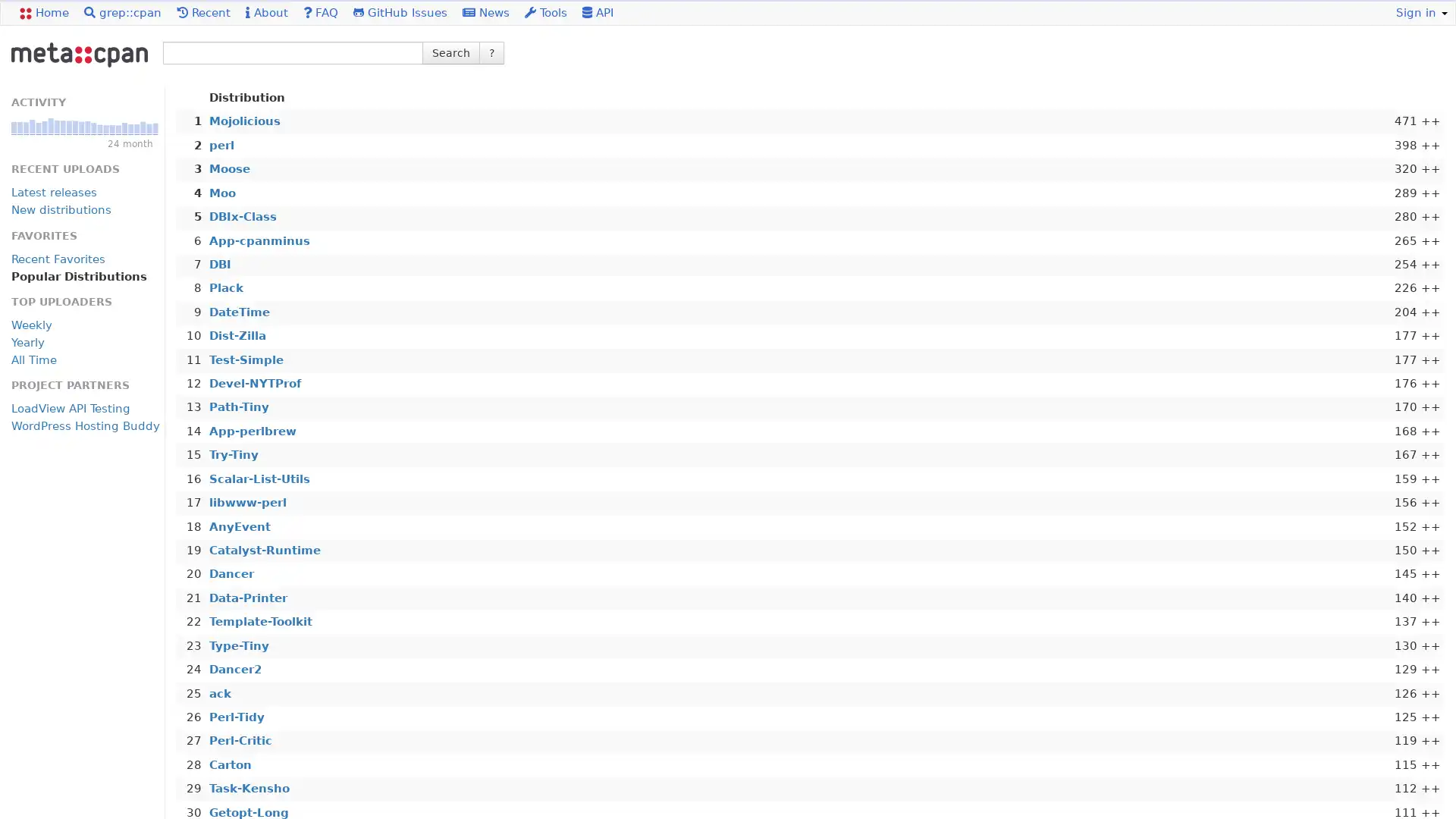 This screenshot has height=819, width=1456. Describe the element at coordinates (450, 52) in the screenshot. I see `Search` at that location.